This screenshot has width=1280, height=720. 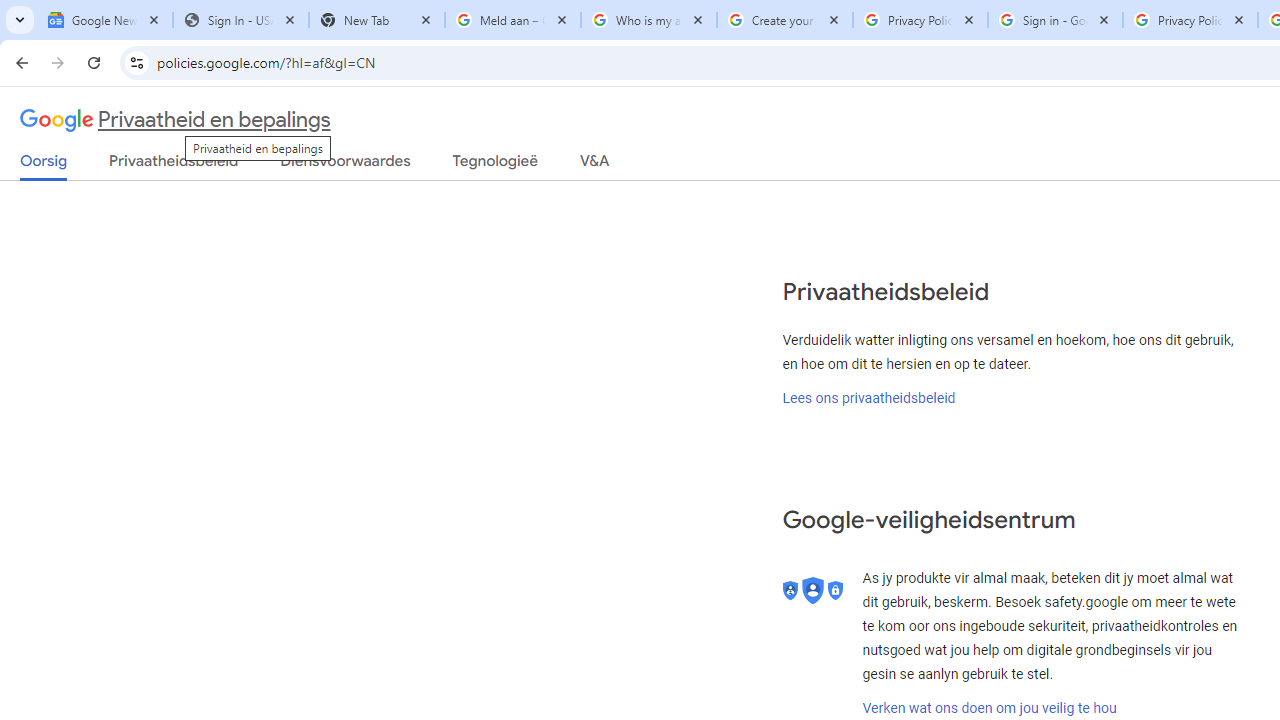 I want to click on 'Privaatheid en bepalings', so click(x=176, y=120).